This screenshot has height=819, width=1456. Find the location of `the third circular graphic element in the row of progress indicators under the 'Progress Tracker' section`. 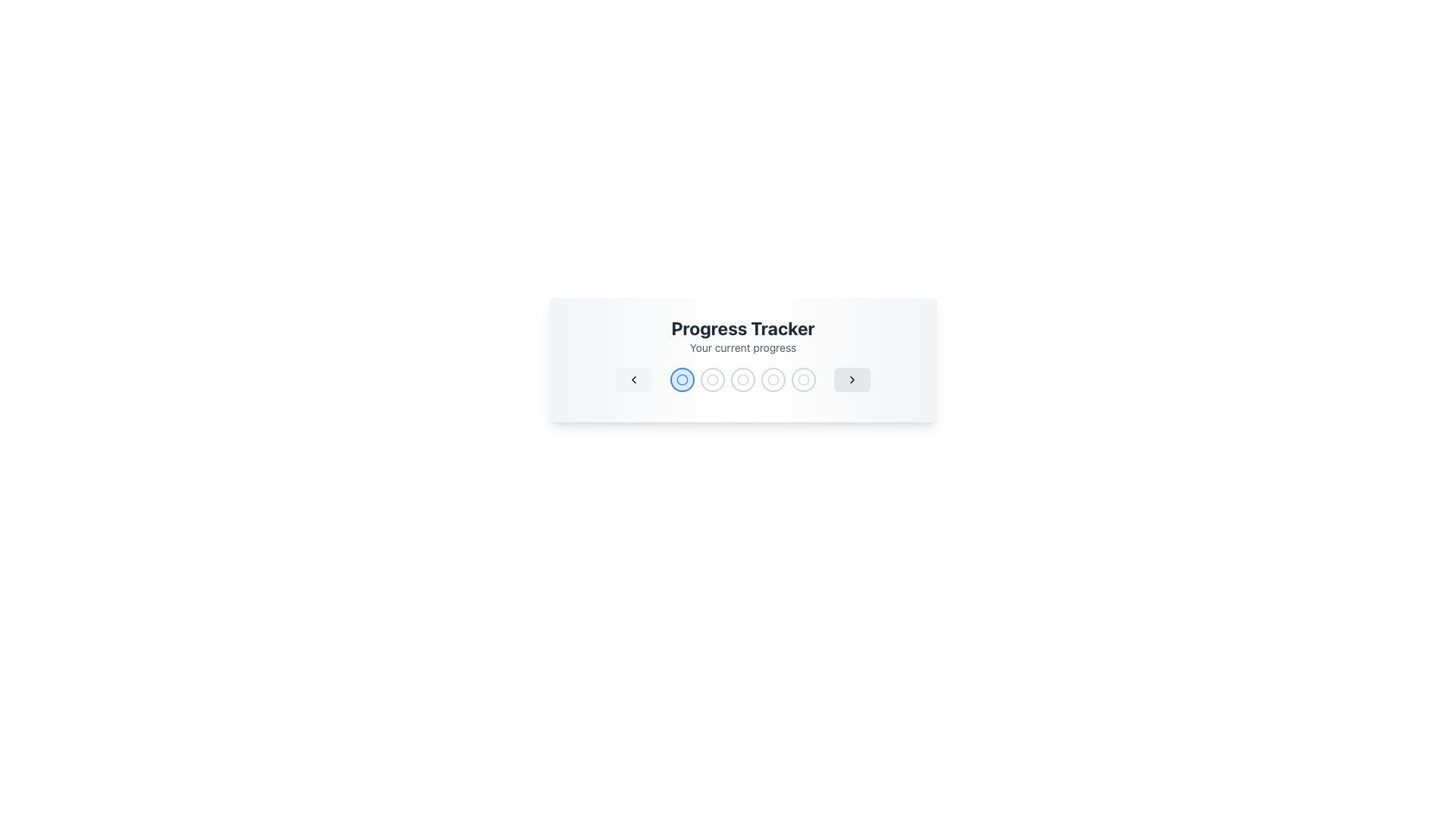

the third circular graphic element in the row of progress indicators under the 'Progress Tracker' section is located at coordinates (742, 379).